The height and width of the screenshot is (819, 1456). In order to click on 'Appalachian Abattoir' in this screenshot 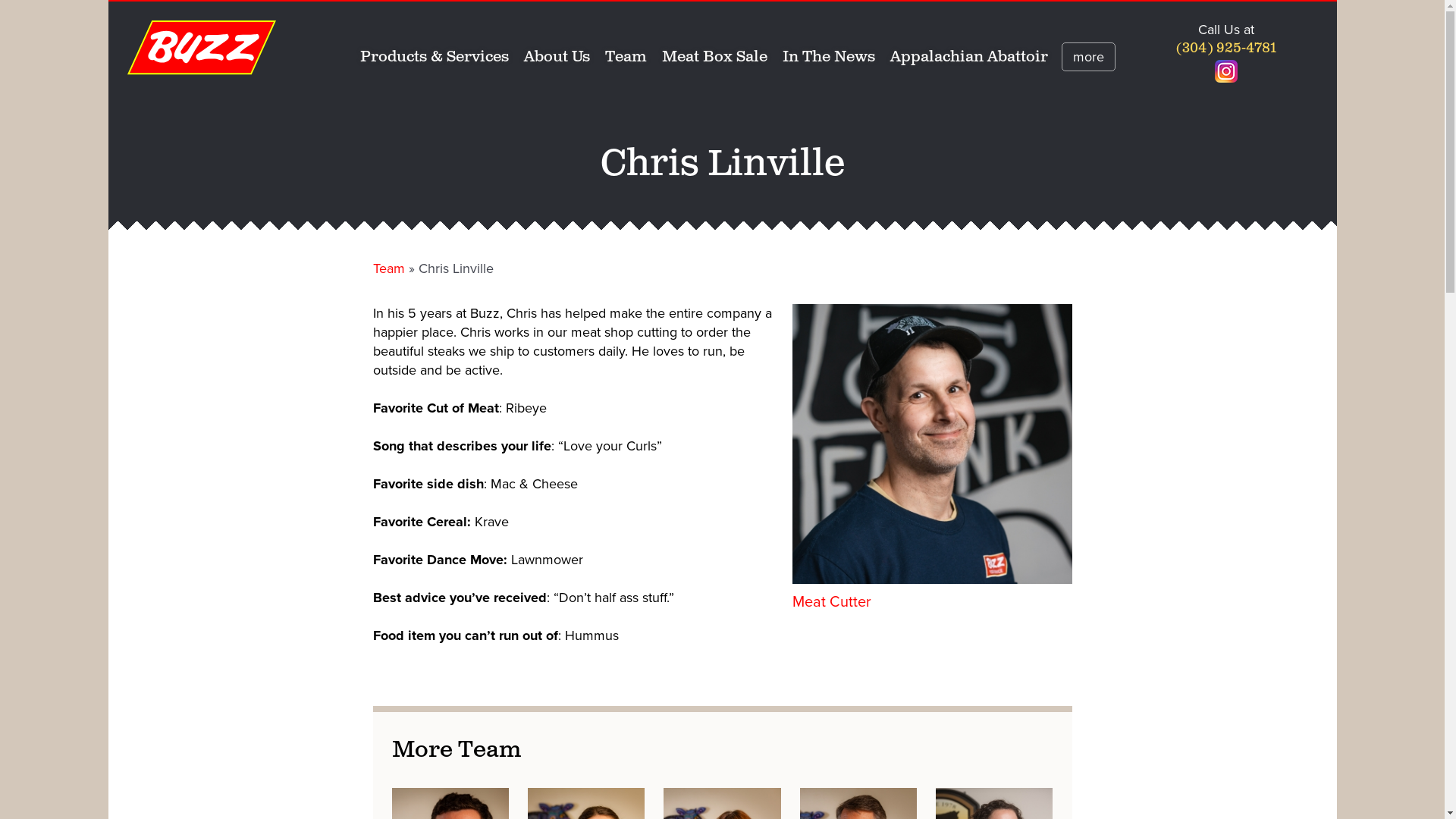, I will do `click(968, 57)`.